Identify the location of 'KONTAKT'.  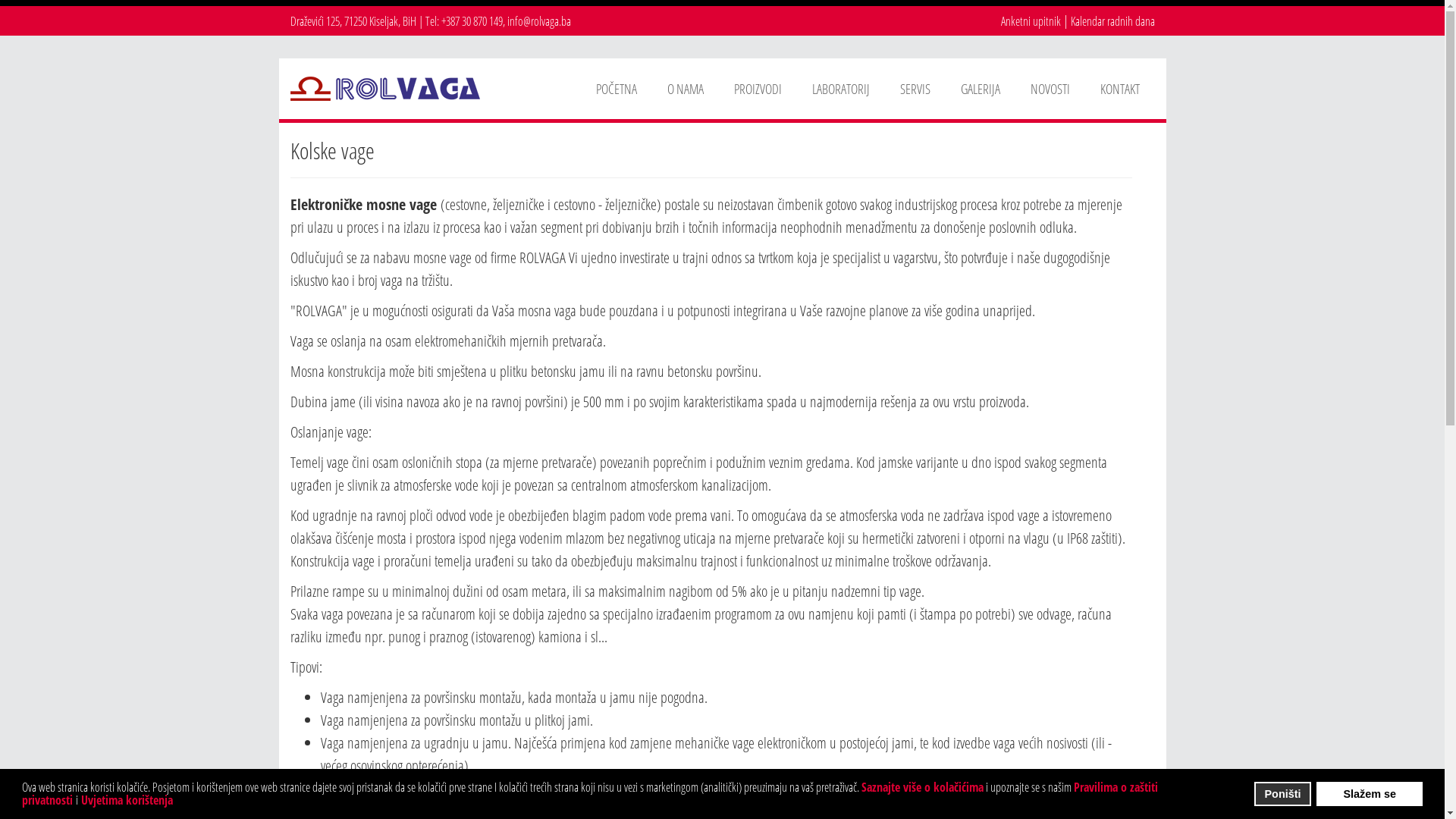
(1119, 88).